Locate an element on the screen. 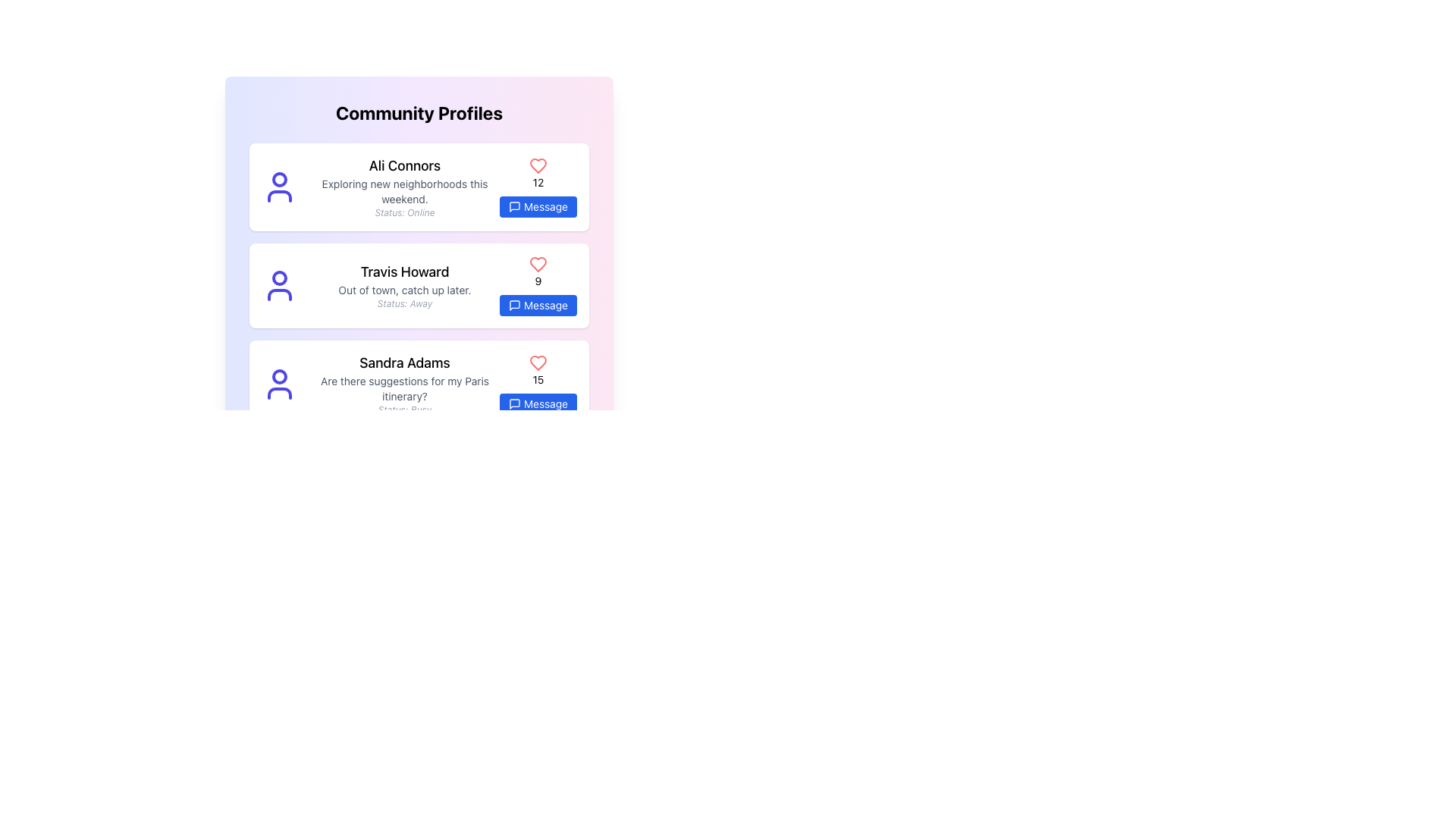 This screenshot has height=819, width=1456. the graphic icon representing the user profile for 'Sandra Adams' in the 'Community Profiles' section, located on the left side of the third card is located at coordinates (280, 383).